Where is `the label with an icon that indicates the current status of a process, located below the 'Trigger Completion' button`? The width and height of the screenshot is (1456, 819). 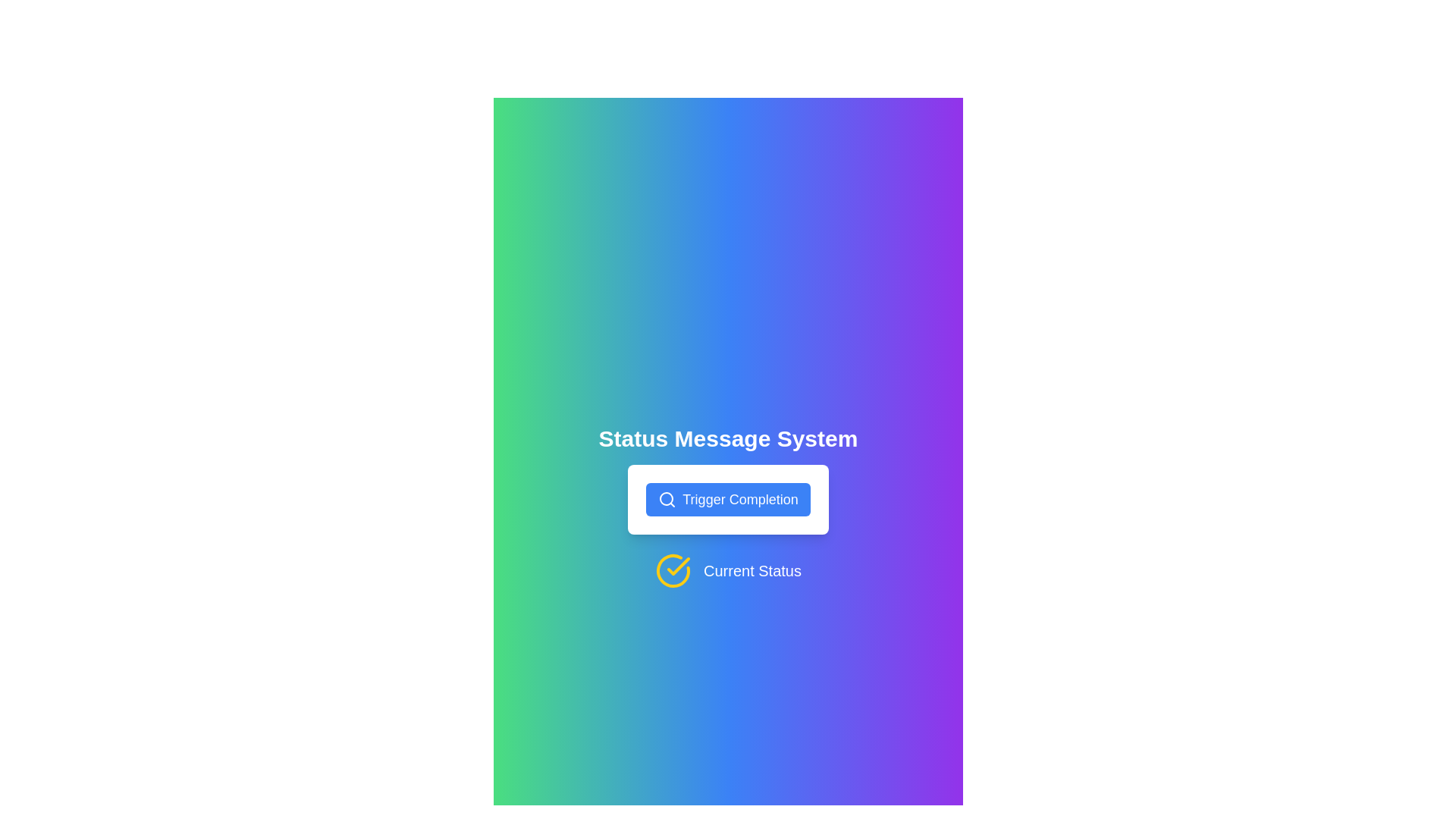 the label with an icon that indicates the current status of a process, located below the 'Trigger Completion' button is located at coordinates (728, 570).